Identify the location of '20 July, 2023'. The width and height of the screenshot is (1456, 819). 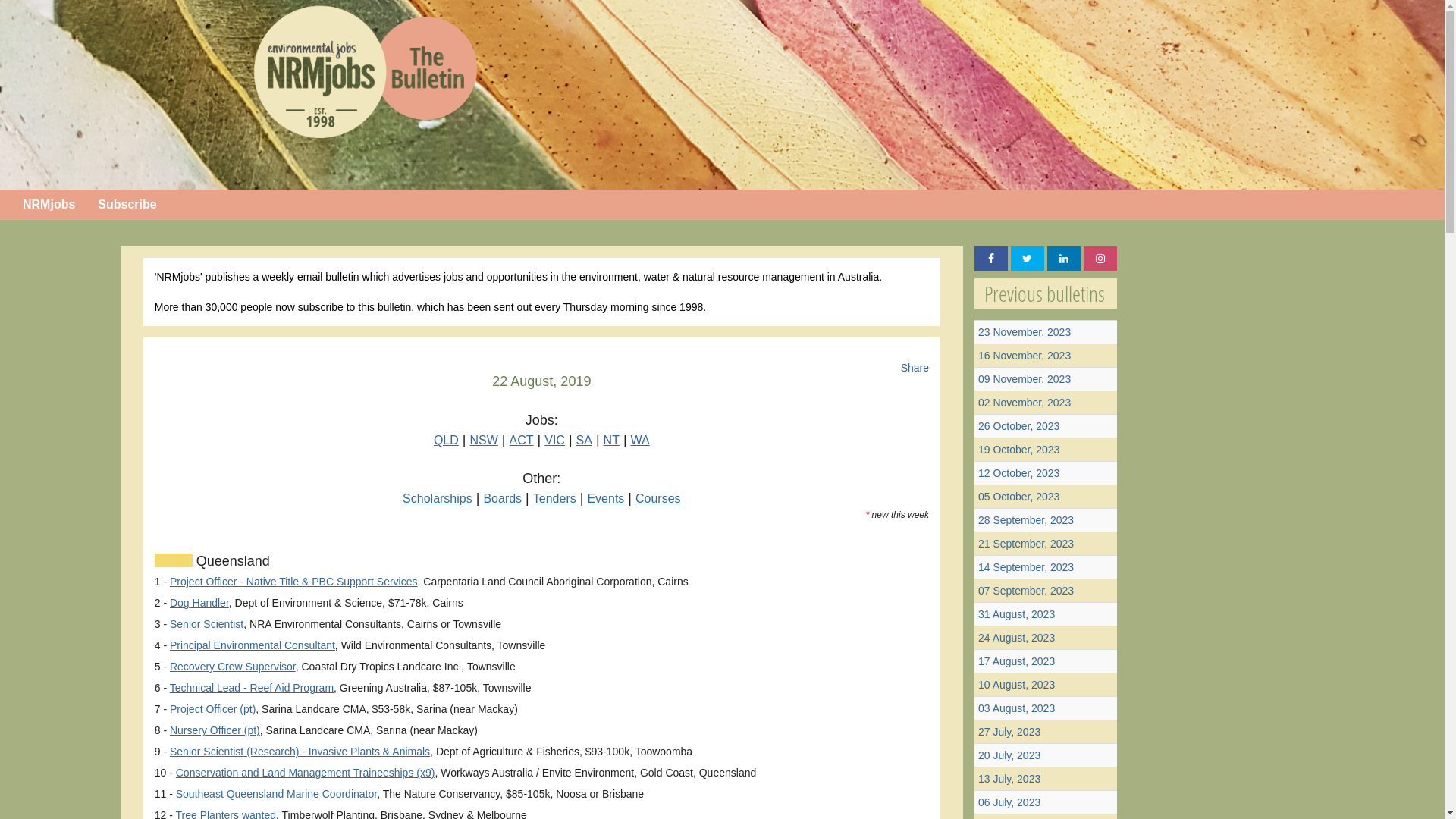
(1009, 755).